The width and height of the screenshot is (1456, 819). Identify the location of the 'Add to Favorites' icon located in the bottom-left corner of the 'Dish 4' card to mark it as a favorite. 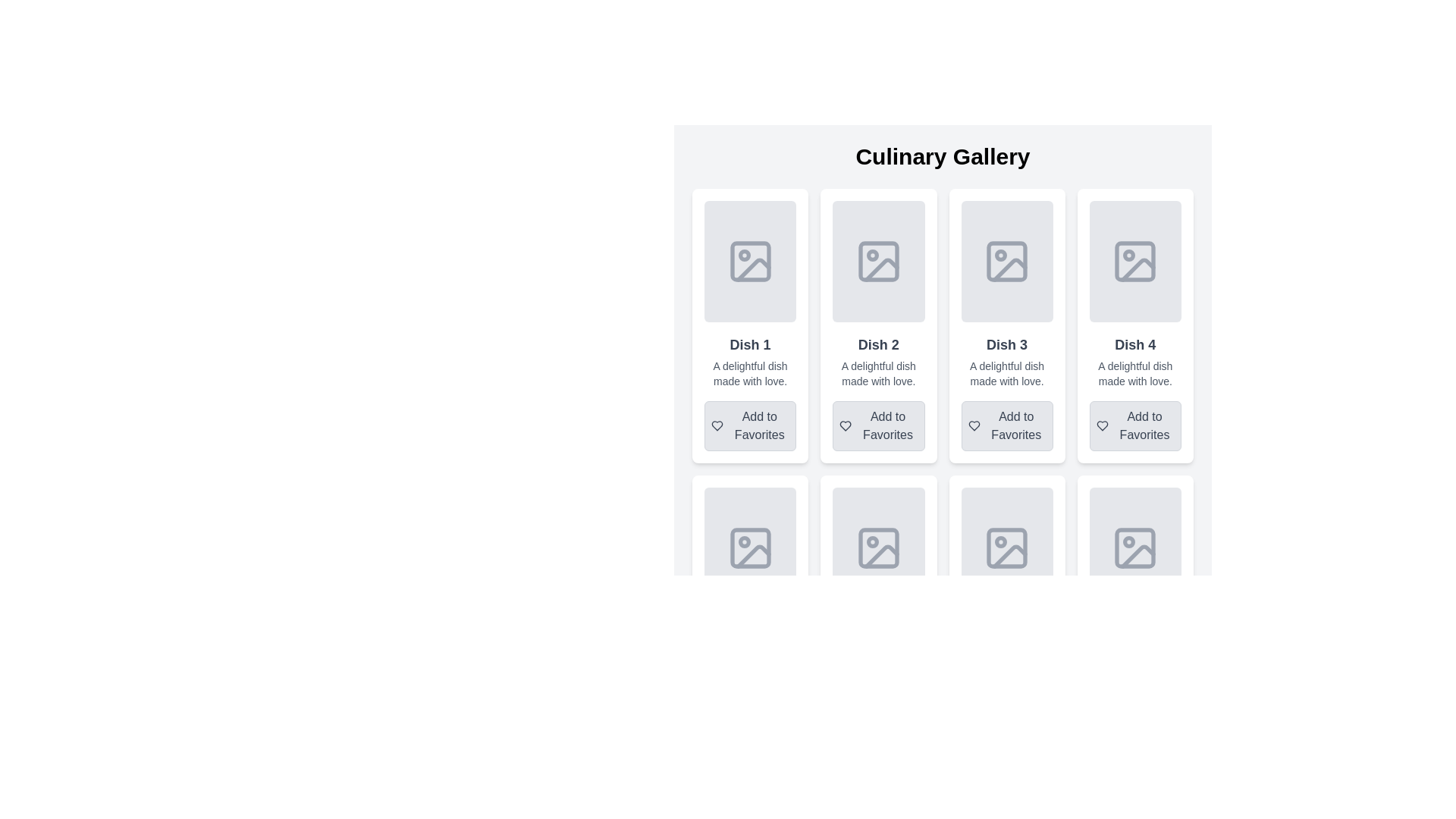
(1102, 426).